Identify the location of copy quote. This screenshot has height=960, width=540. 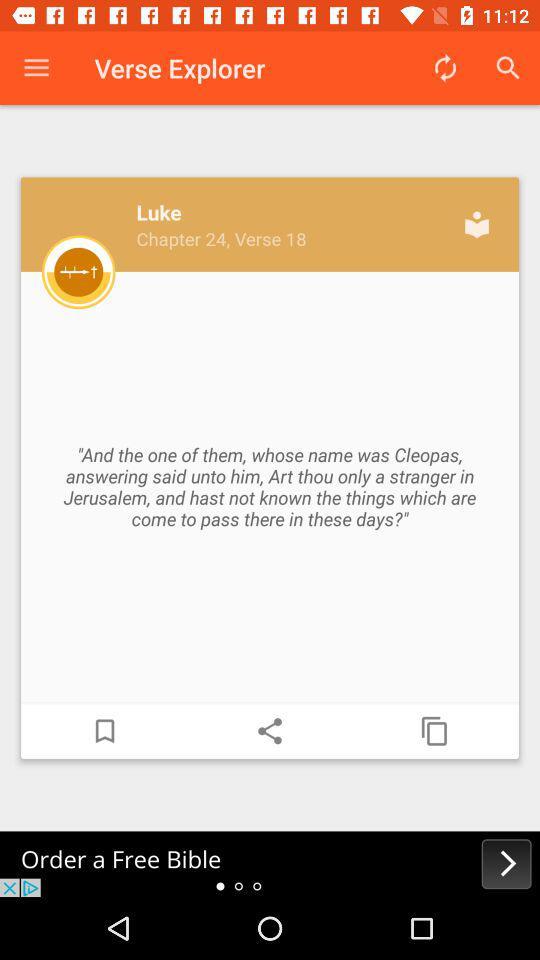
(434, 730).